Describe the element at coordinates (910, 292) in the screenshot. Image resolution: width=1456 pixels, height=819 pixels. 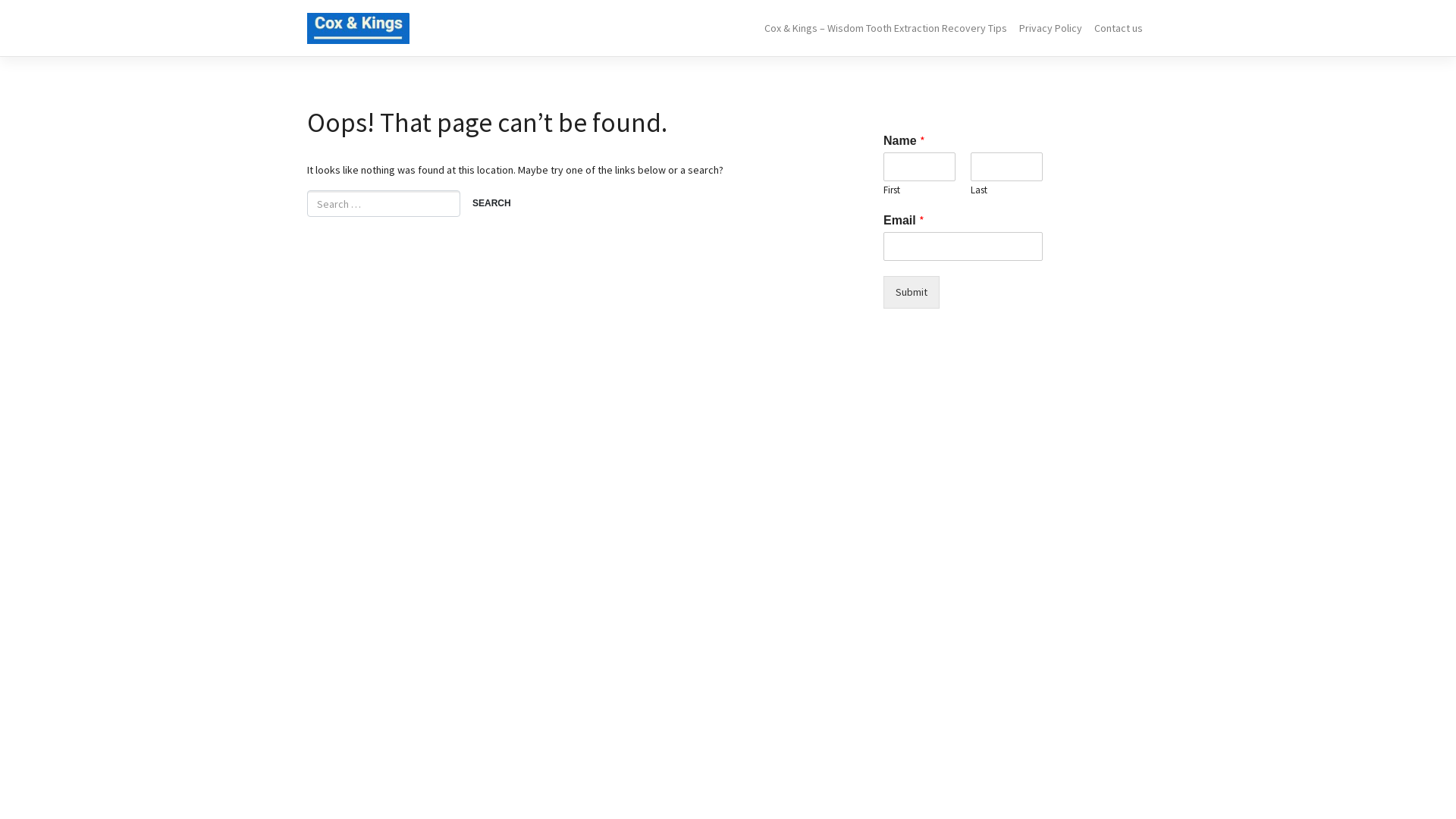
I see `'Submit'` at that location.